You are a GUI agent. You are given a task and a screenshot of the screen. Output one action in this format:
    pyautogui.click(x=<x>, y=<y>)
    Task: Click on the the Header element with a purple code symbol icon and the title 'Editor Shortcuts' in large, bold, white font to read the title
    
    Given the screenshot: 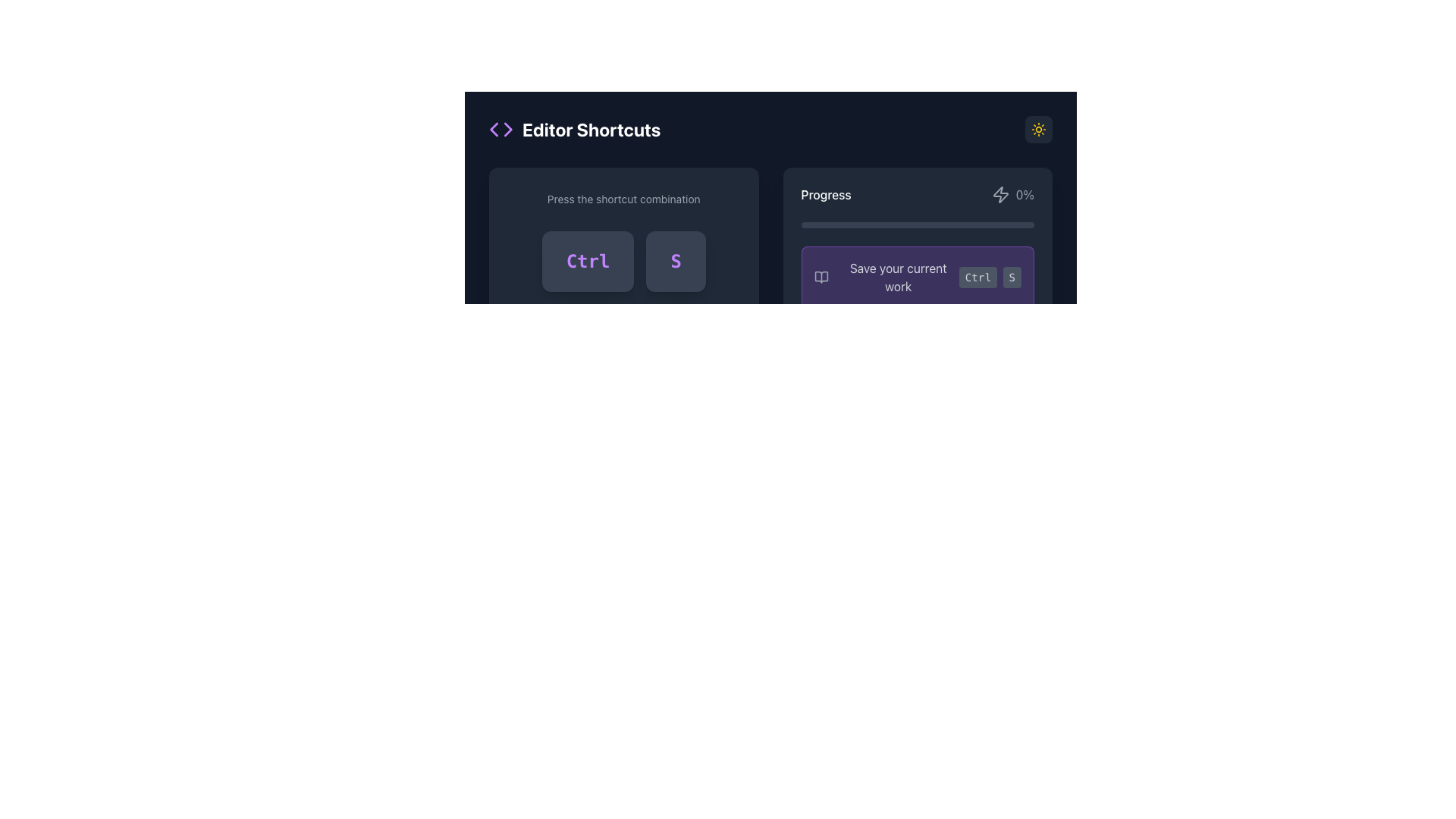 What is the action you would take?
    pyautogui.click(x=574, y=128)
    